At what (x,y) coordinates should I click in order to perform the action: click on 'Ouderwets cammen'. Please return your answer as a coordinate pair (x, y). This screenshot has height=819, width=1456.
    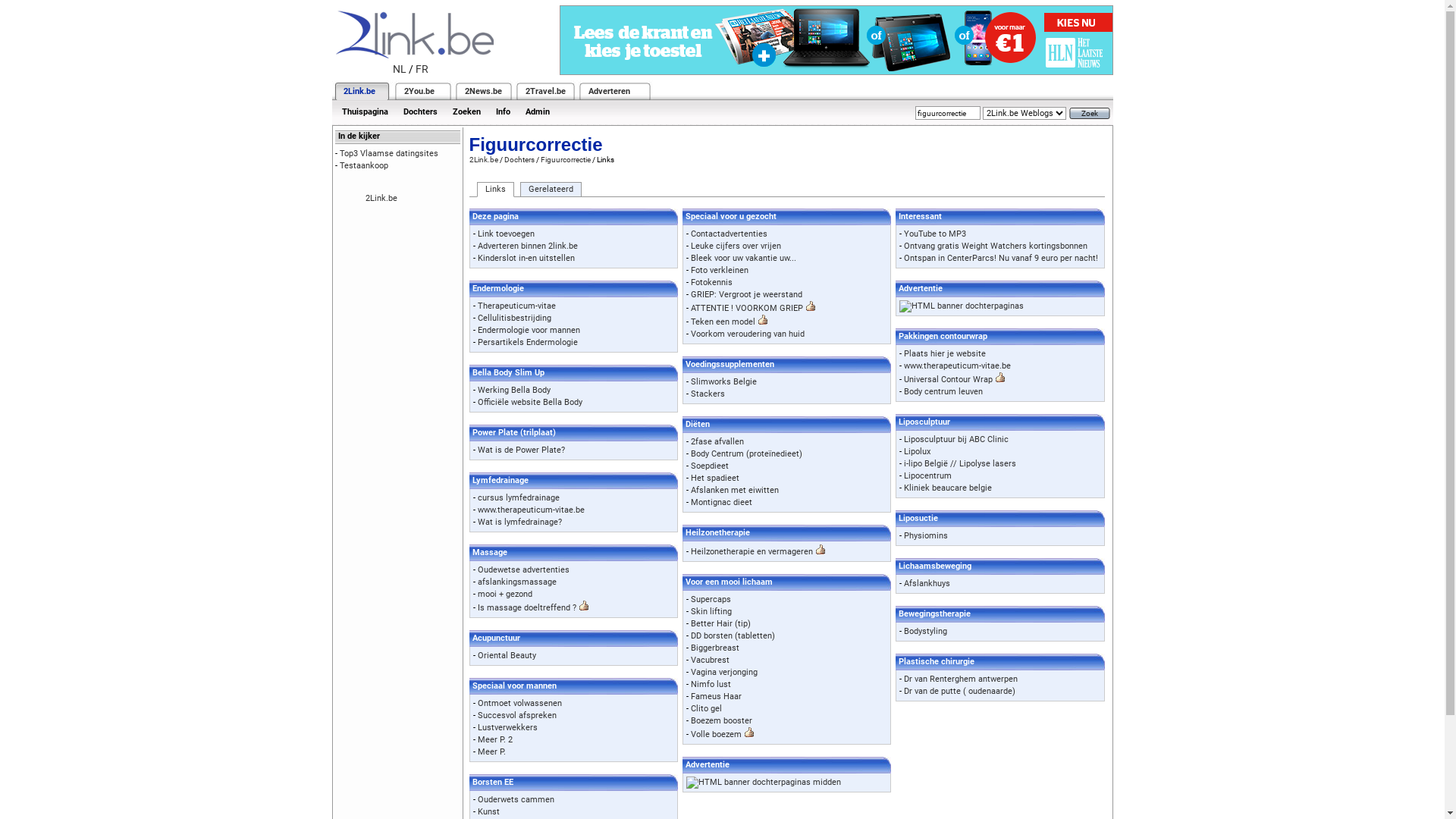
    Looking at the image, I should click on (476, 799).